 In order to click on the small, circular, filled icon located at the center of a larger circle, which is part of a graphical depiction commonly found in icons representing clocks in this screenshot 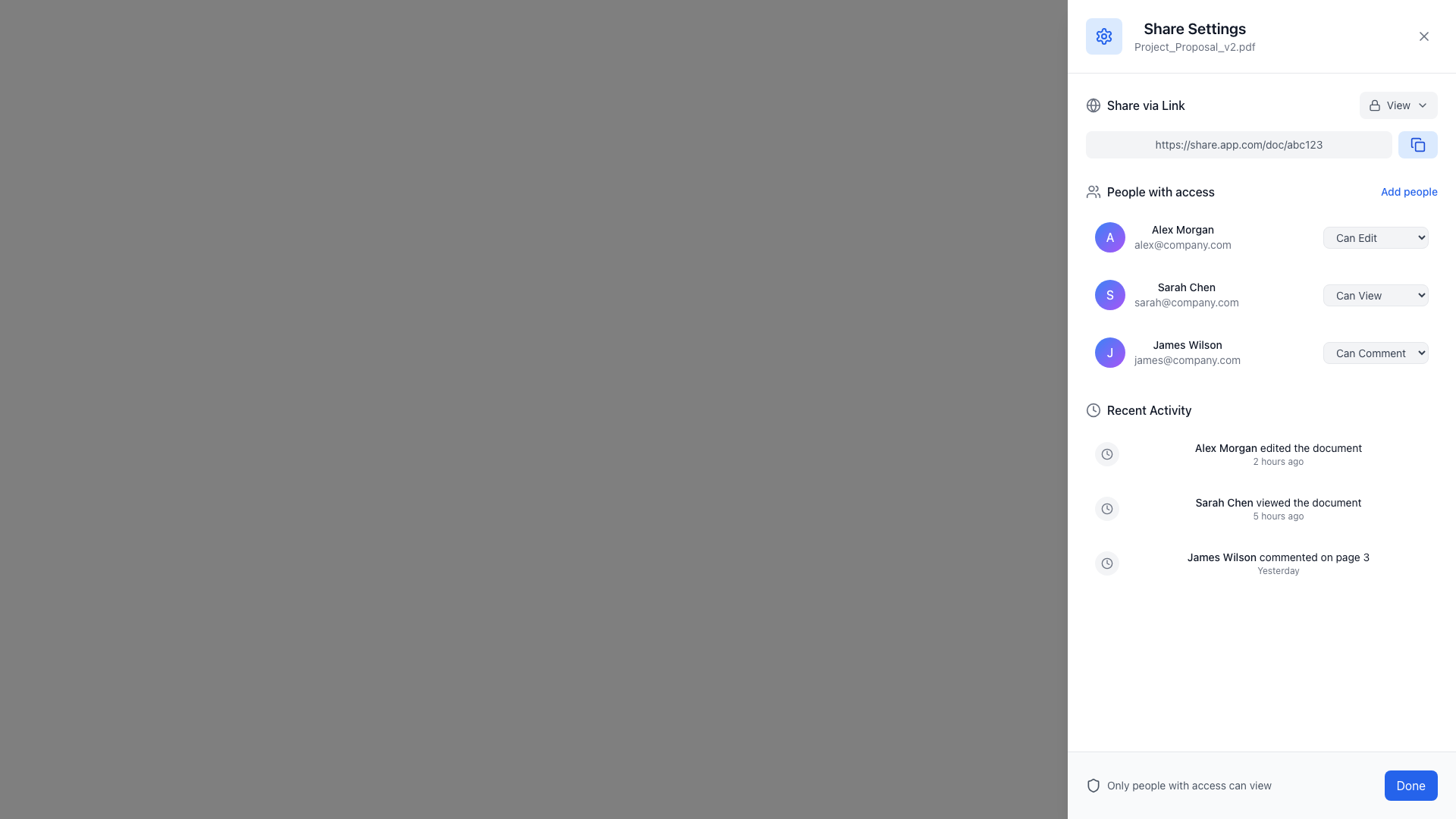, I will do `click(1106, 509)`.